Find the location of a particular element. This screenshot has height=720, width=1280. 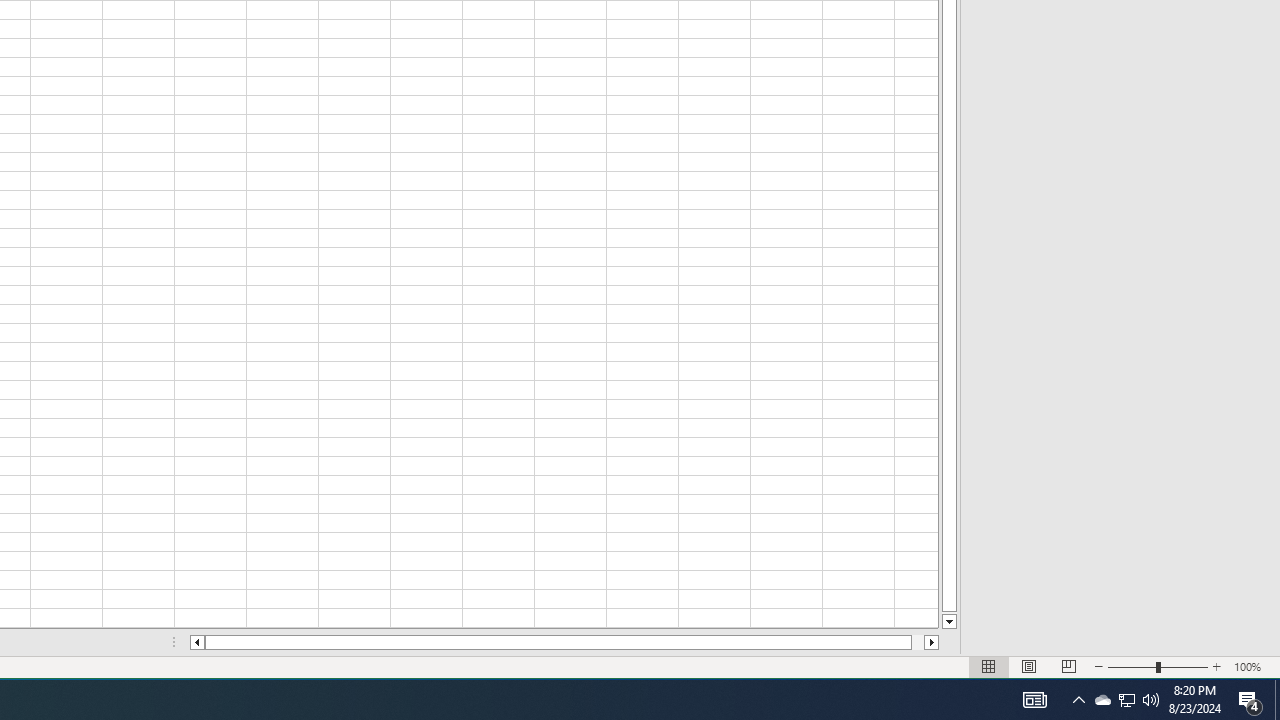

'User Promoted Notification Area' is located at coordinates (1127, 698).